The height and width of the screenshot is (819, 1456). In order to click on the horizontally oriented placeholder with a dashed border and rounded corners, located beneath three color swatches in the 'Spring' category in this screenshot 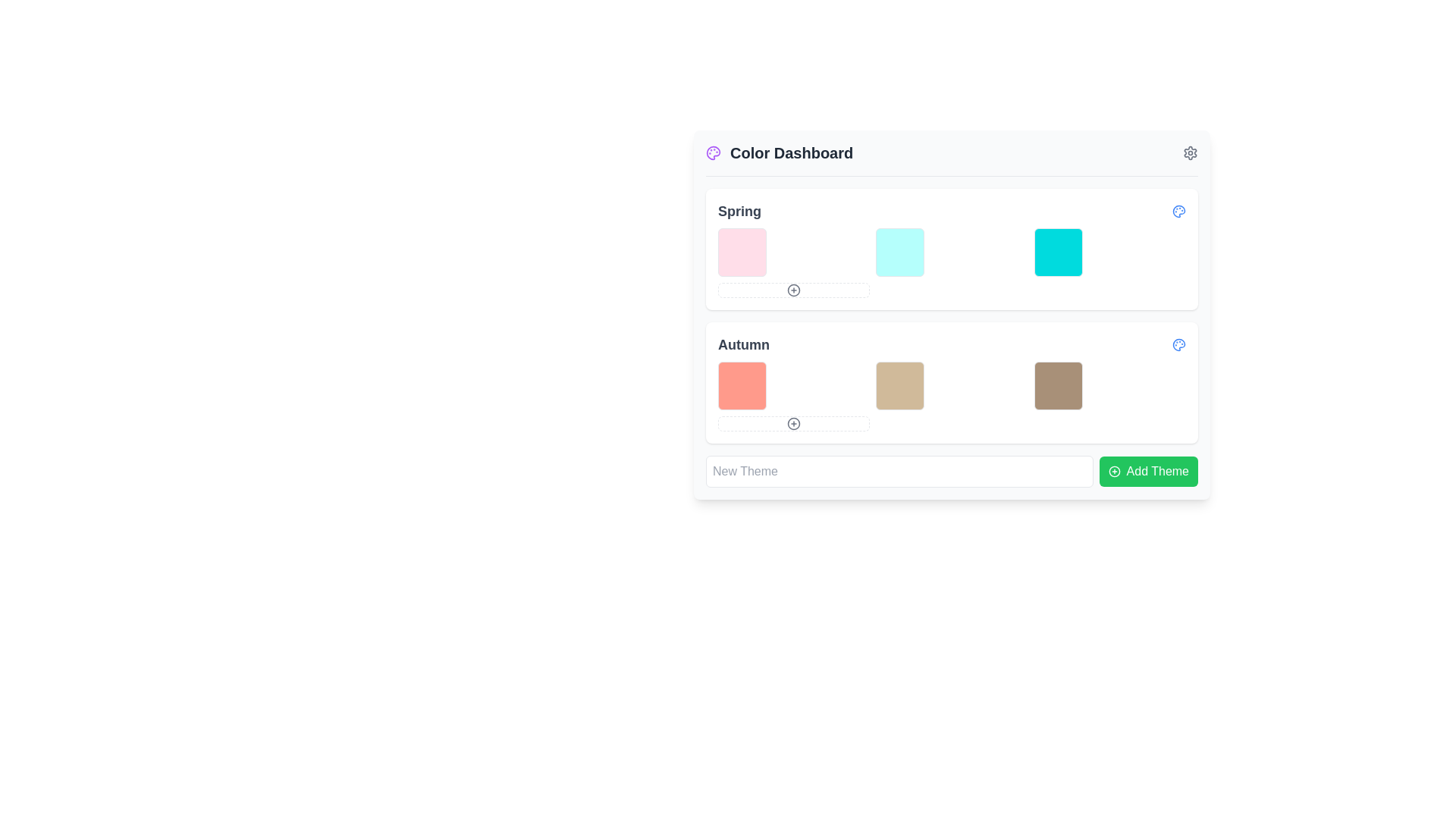, I will do `click(793, 290)`.